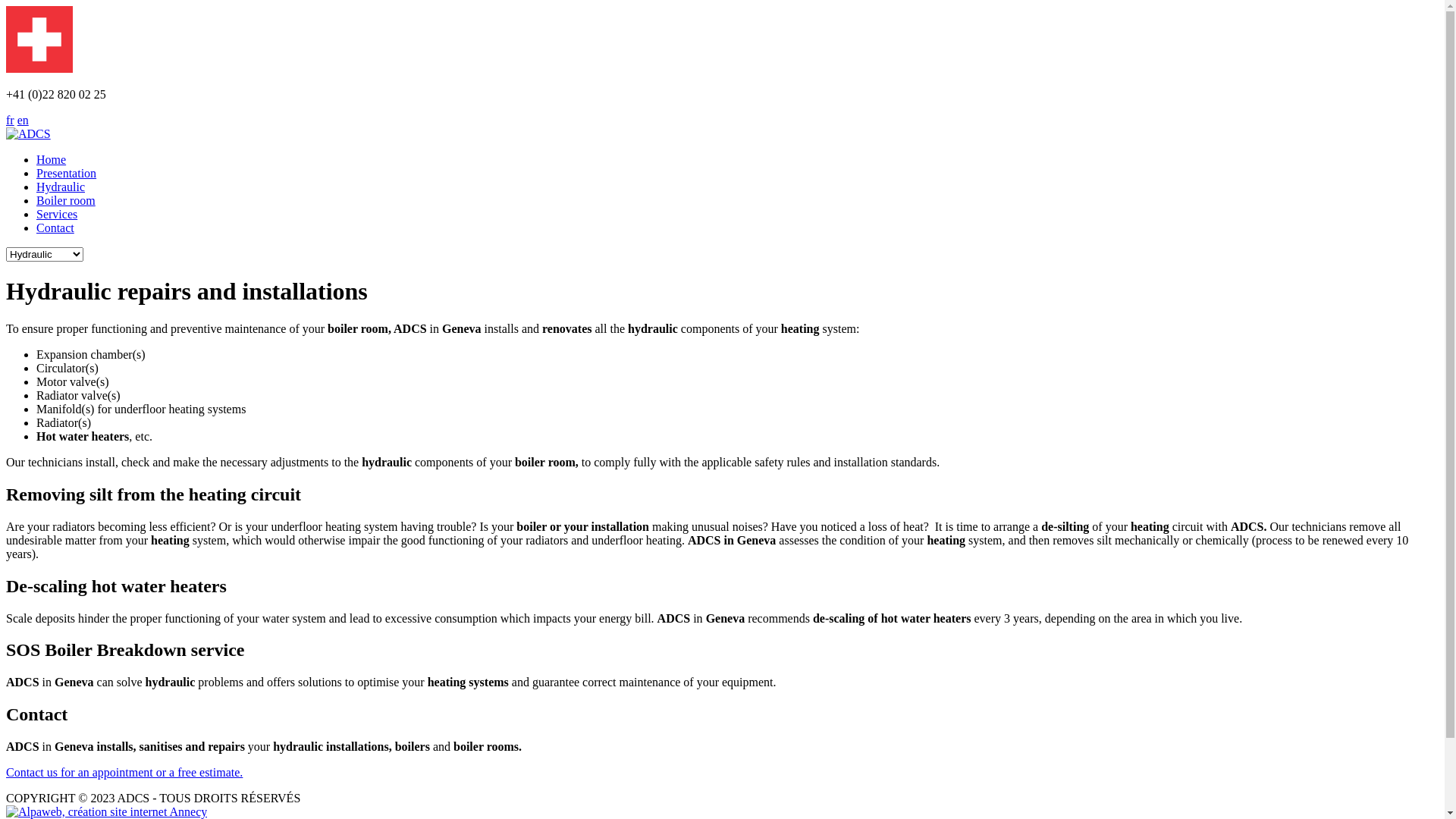  Describe the element at coordinates (36, 227) in the screenshot. I see `'Contact'` at that location.